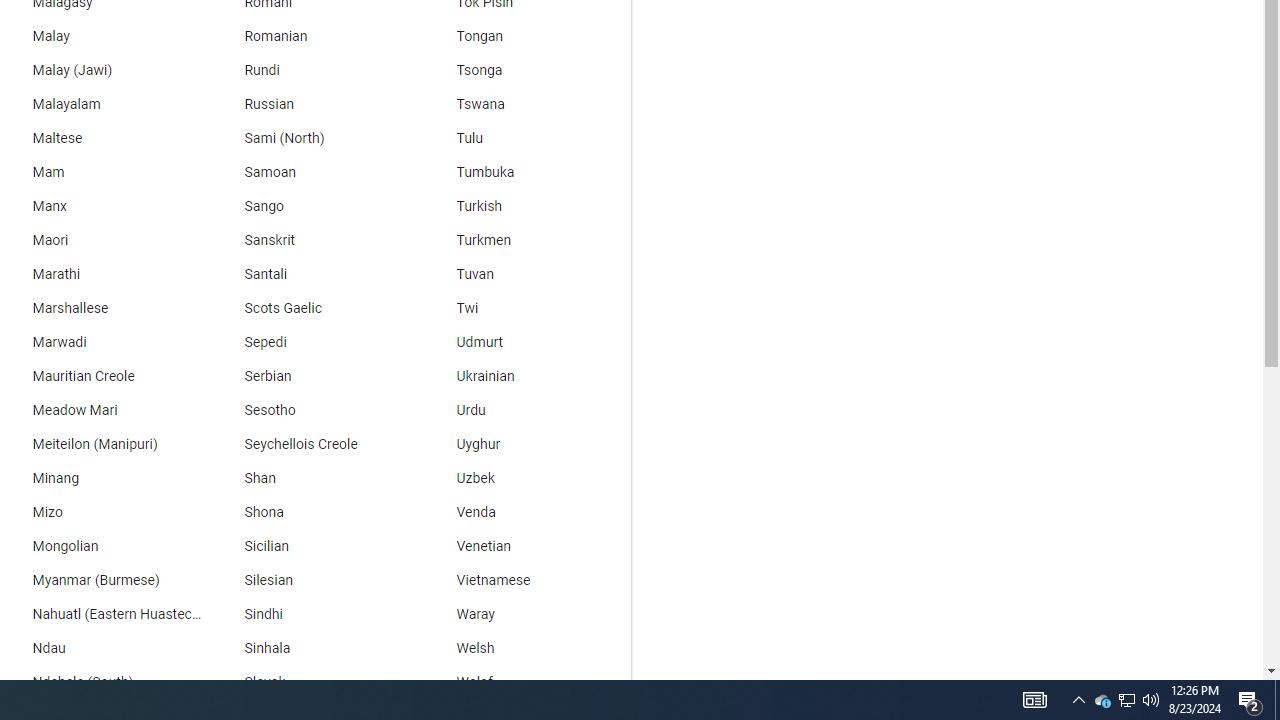 The image size is (1280, 720). I want to click on 'Seychellois Creole', so click(311, 443).